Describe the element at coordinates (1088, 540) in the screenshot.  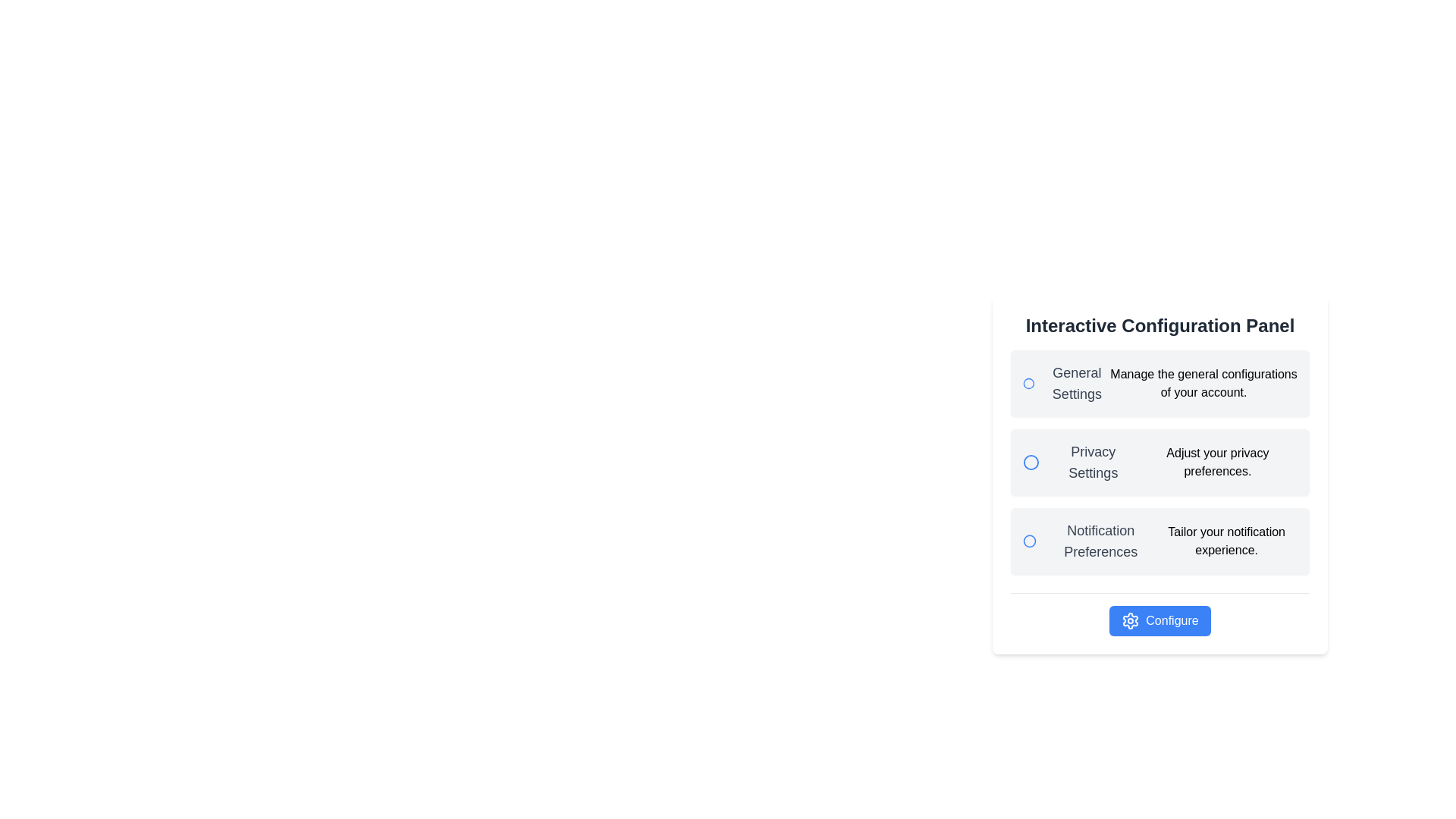
I see `the text label 'Notification Preferences' which is styled in medium, dark gray font and is located adjacent to a circular blue icon in the 'Interactive Configuration Panel'` at that location.